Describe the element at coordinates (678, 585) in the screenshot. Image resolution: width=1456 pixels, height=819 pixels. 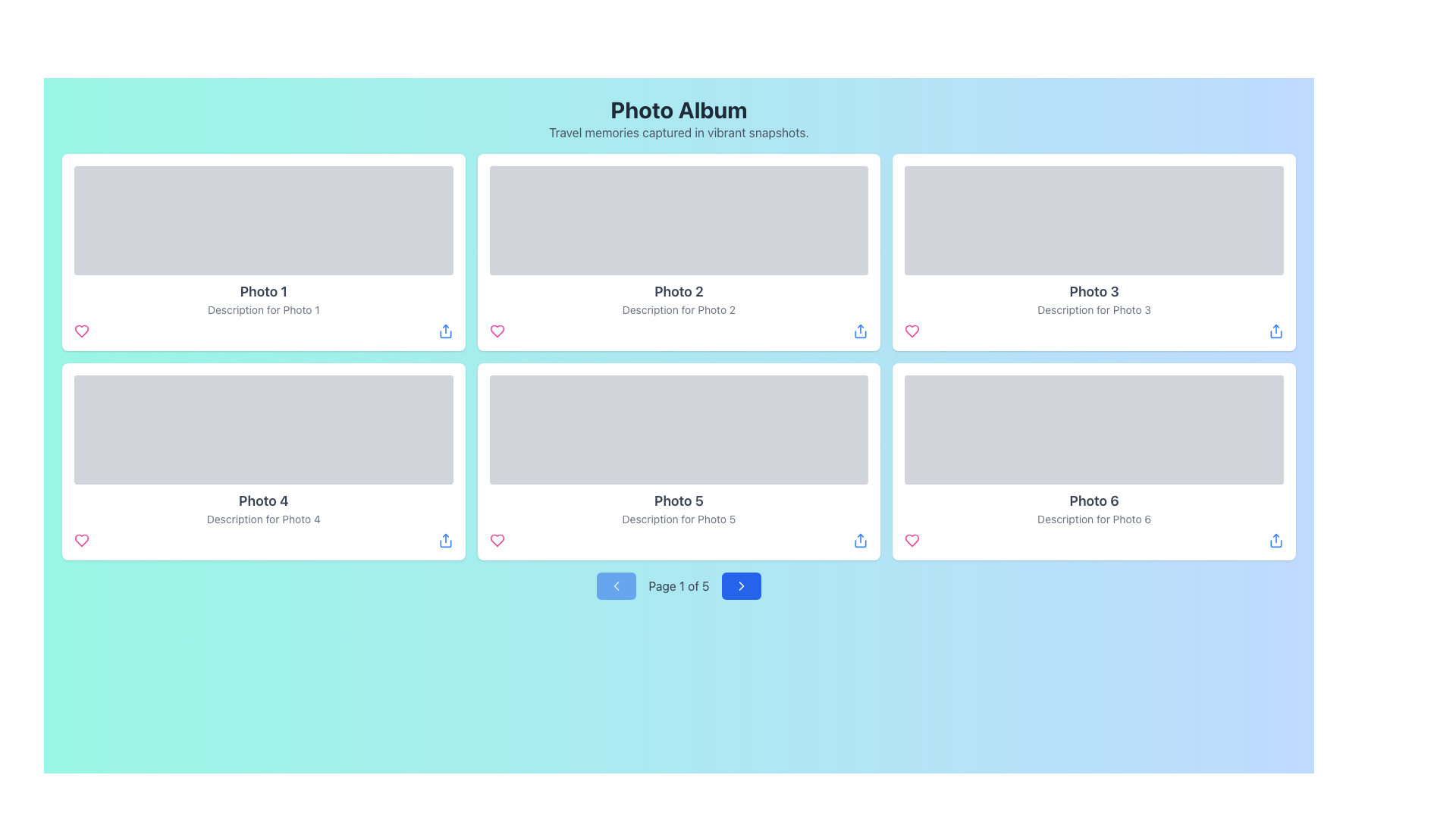
I see `the Text Display element that shows 'Page 1 of 5', located at the center of the pagination control, positioned at the bottom of the page` at that location.